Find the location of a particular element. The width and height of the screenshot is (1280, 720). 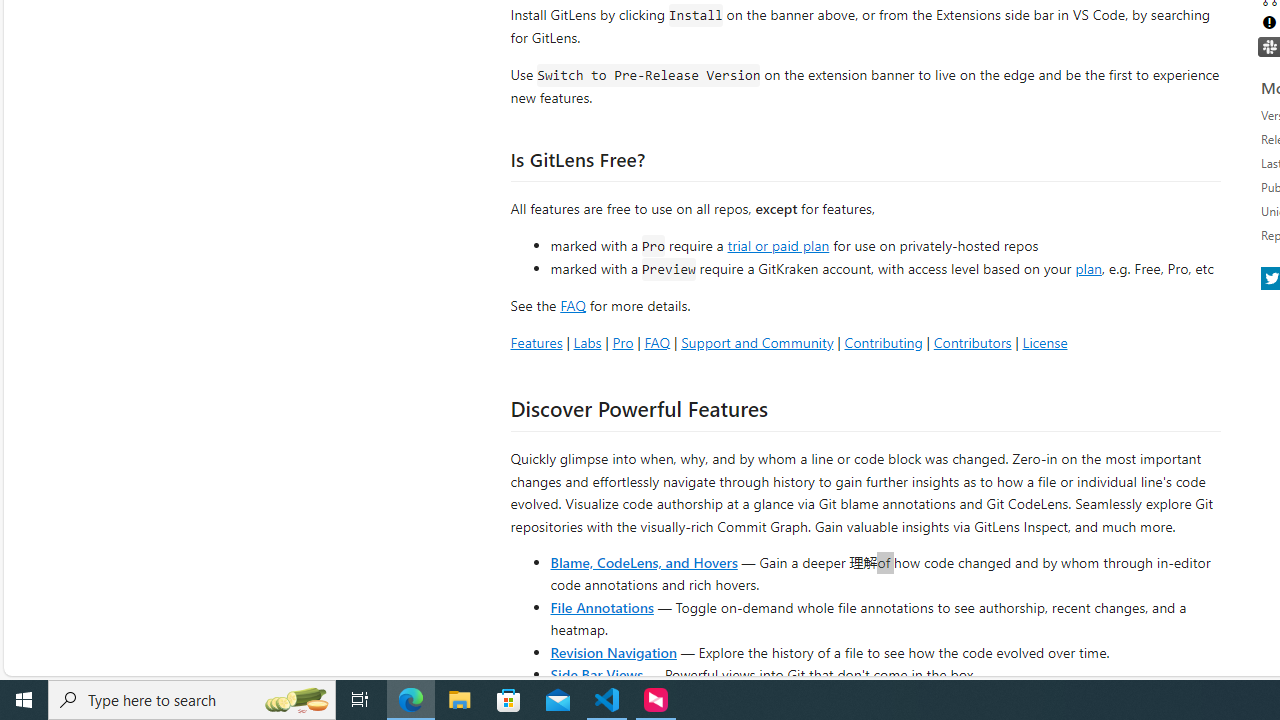

'Side Bar Views' is located at coordinates (595, 673).